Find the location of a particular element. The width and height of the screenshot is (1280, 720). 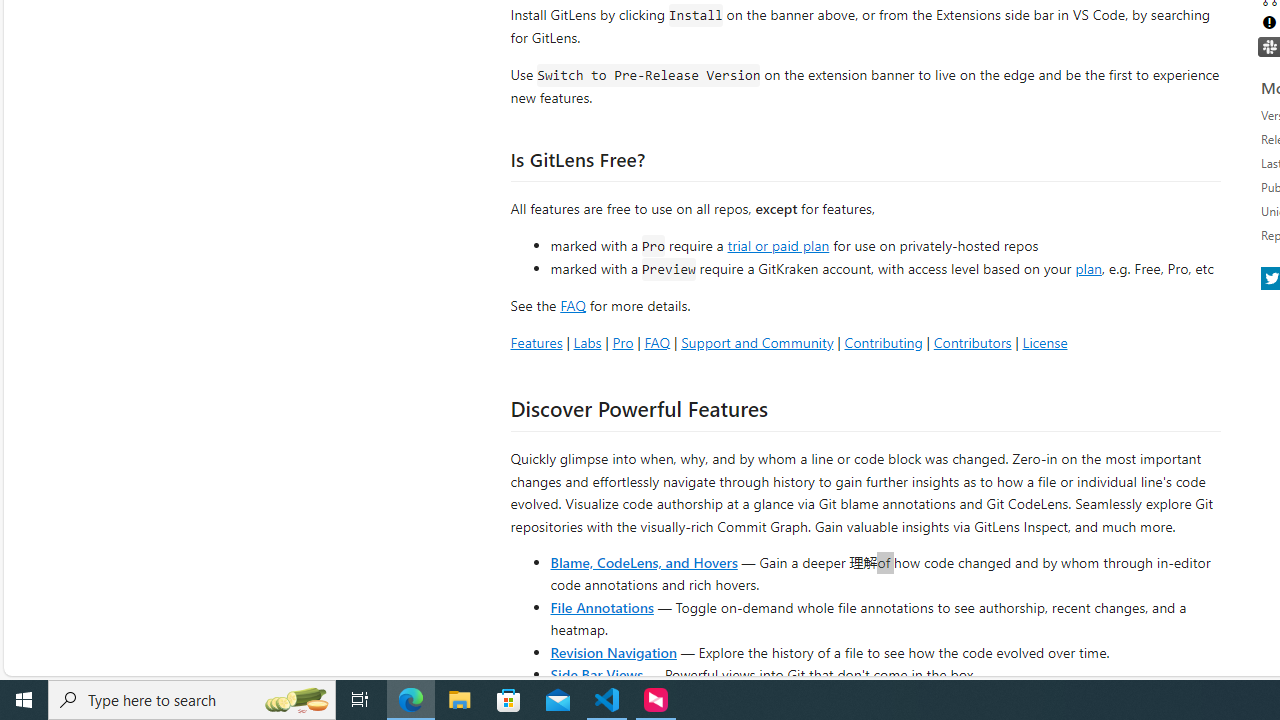

'Side Bar Views' is located at coordinates (595, 673).